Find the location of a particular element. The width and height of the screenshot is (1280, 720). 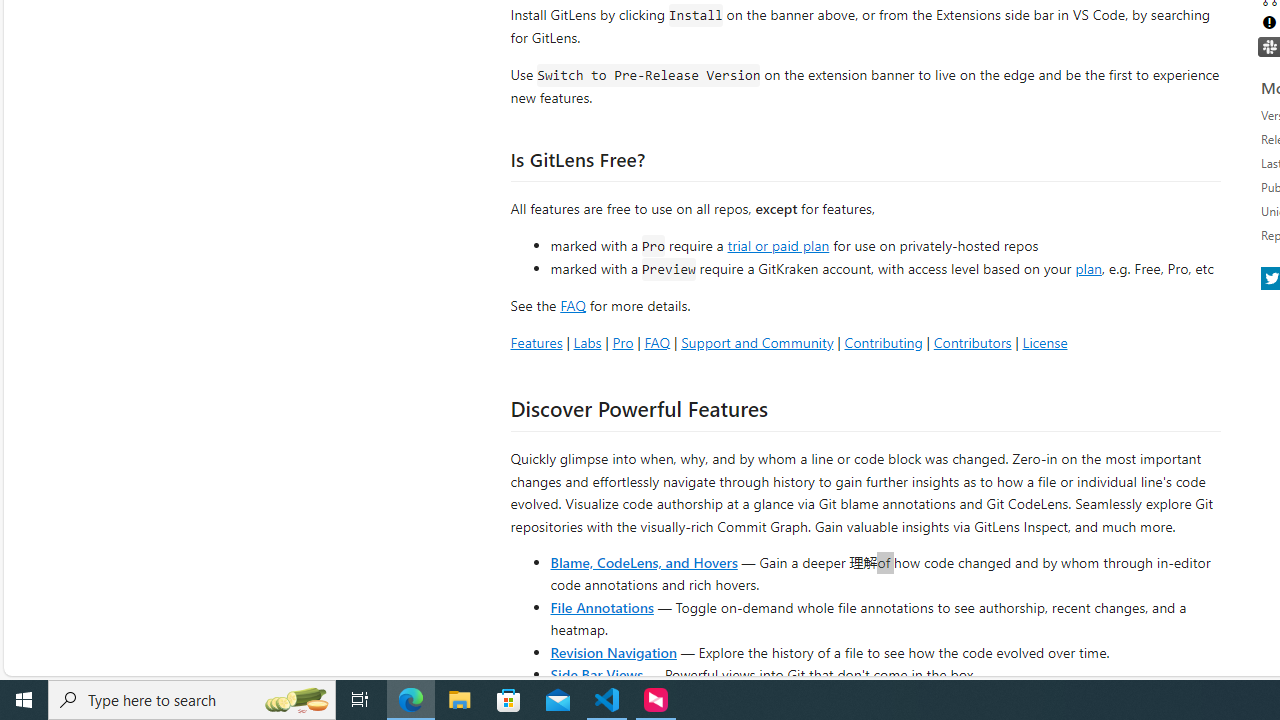

'Side Bar Views' is located at coordinates (595, 673).